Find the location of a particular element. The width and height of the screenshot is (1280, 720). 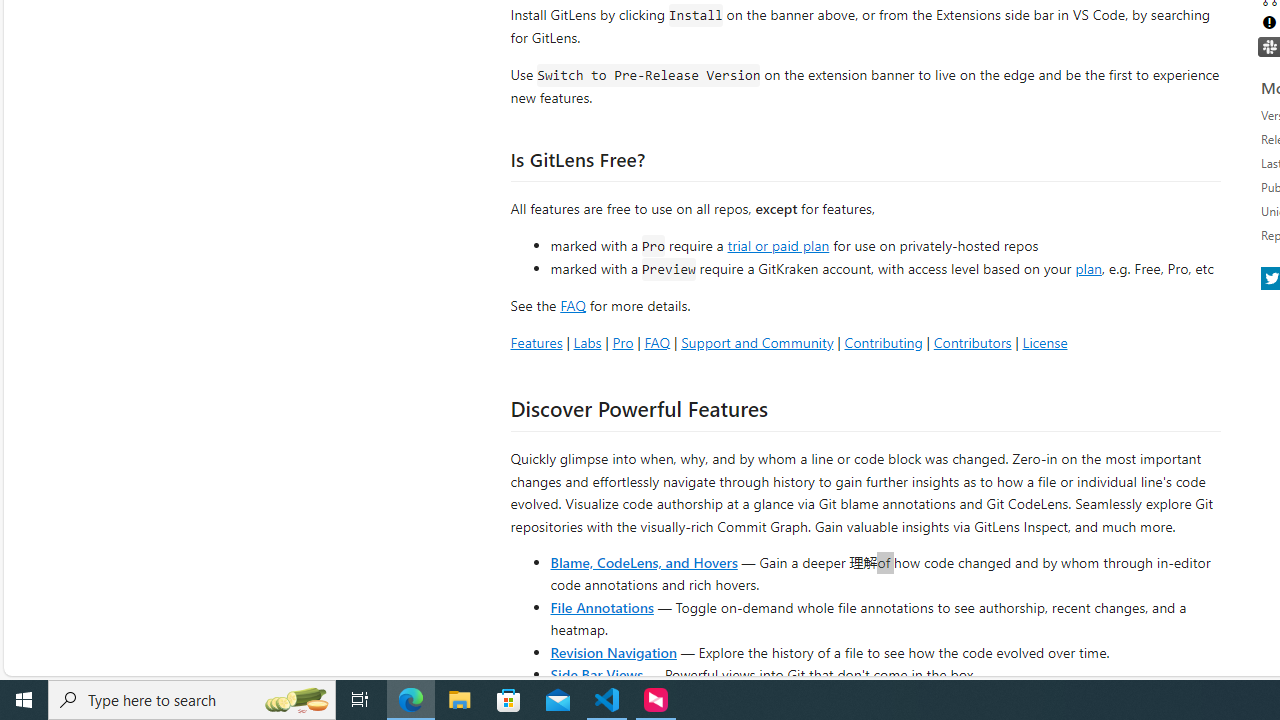

'Side Bar Views' is located at coordinates (595, 673).